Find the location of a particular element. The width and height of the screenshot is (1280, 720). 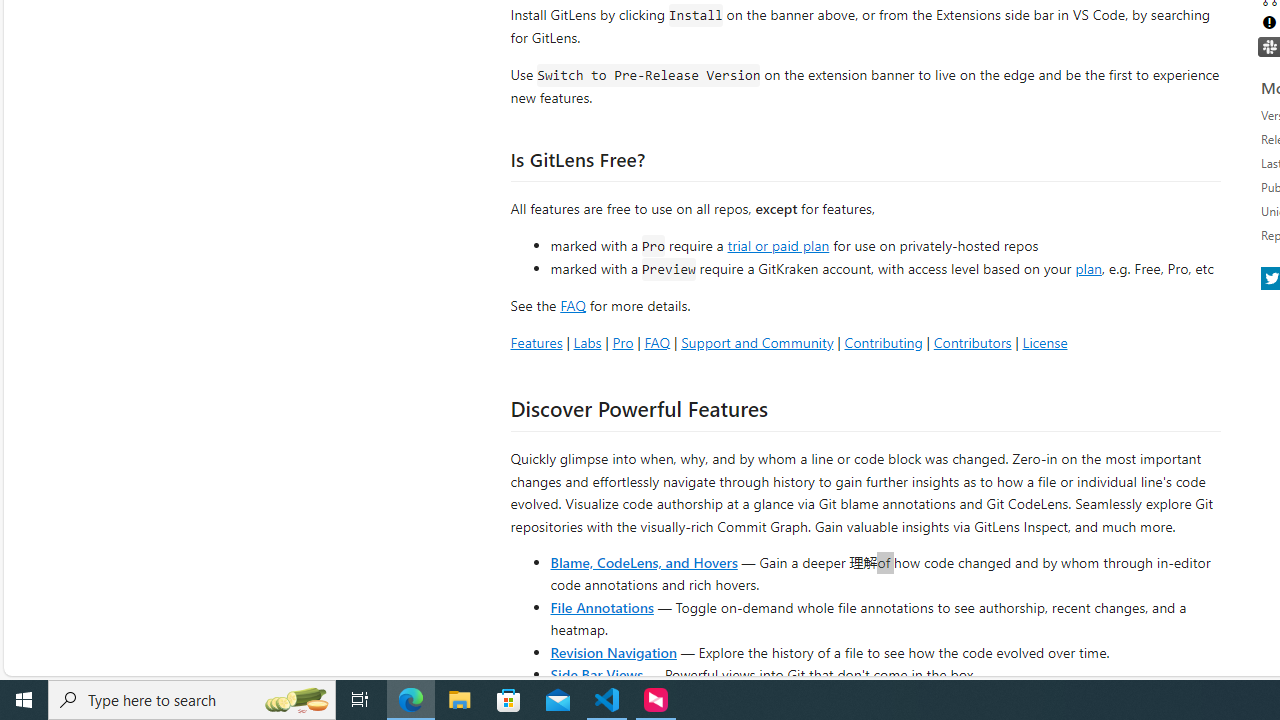

'Side Bar Views' is located at coordinates (595, 673).